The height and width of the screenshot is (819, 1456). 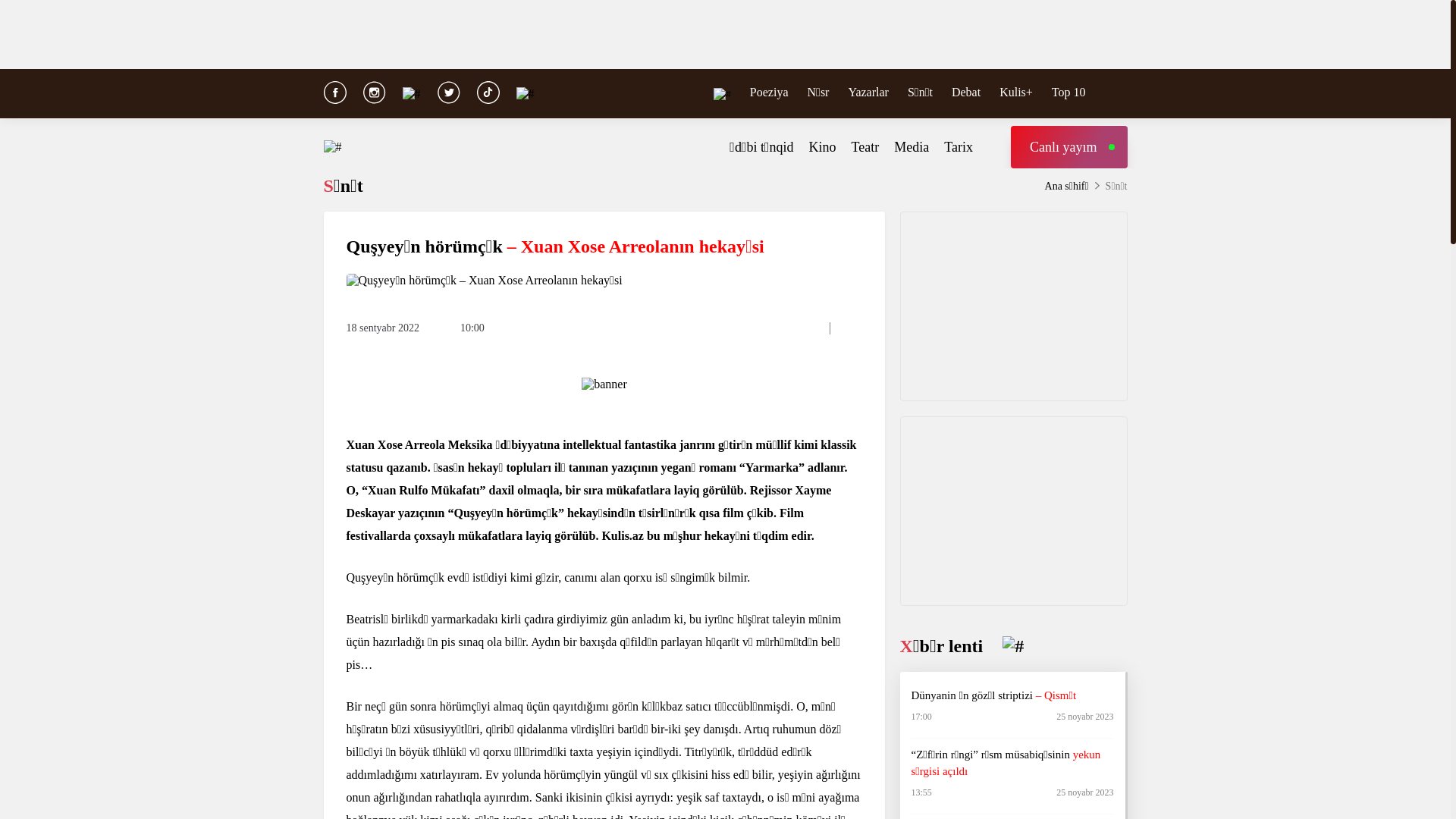 I want to click on 'Kulis+', so click(x=1015, y=91).